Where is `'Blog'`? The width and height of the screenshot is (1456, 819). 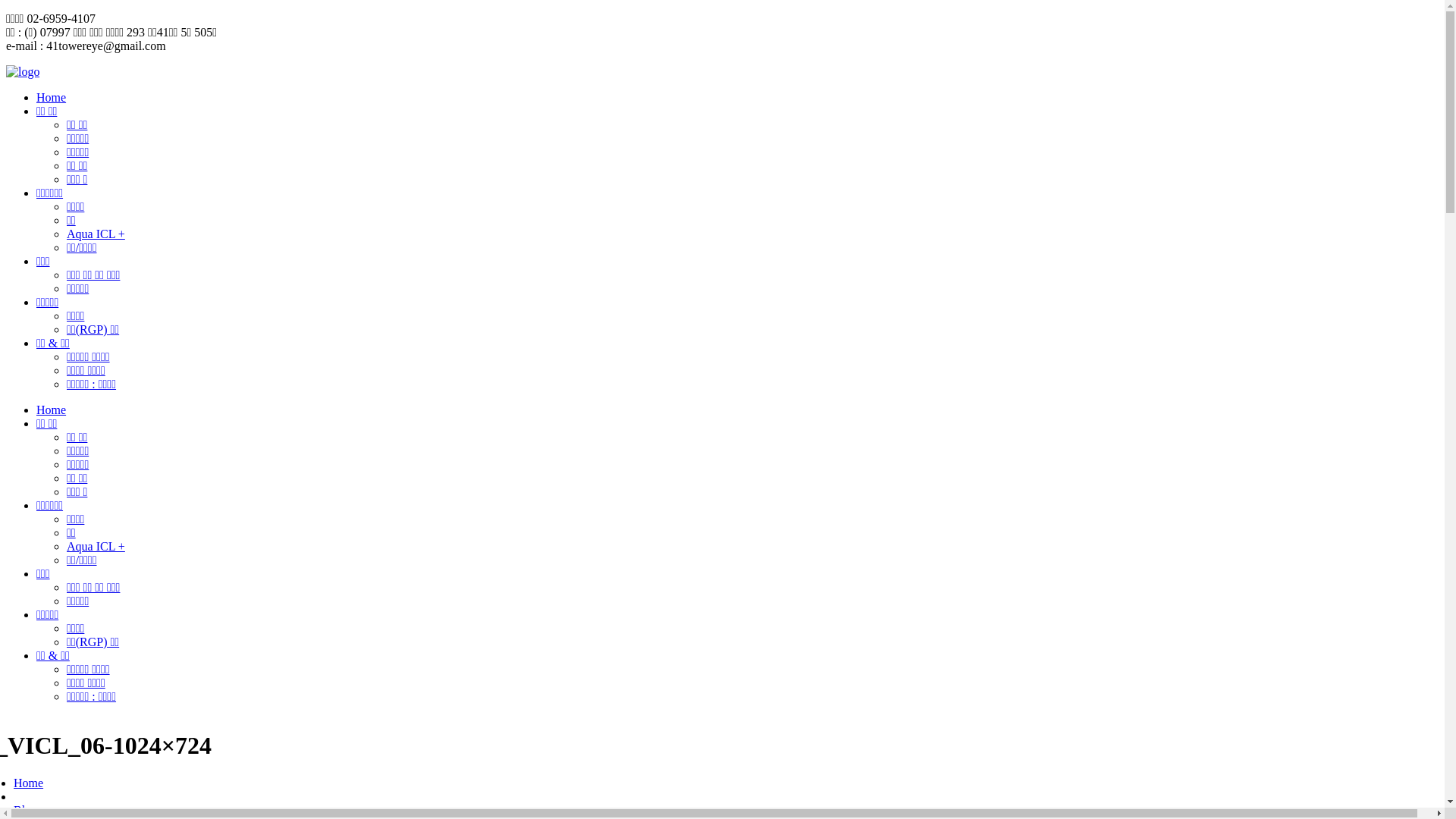
'Blog' is located at coordinates (25, 809).